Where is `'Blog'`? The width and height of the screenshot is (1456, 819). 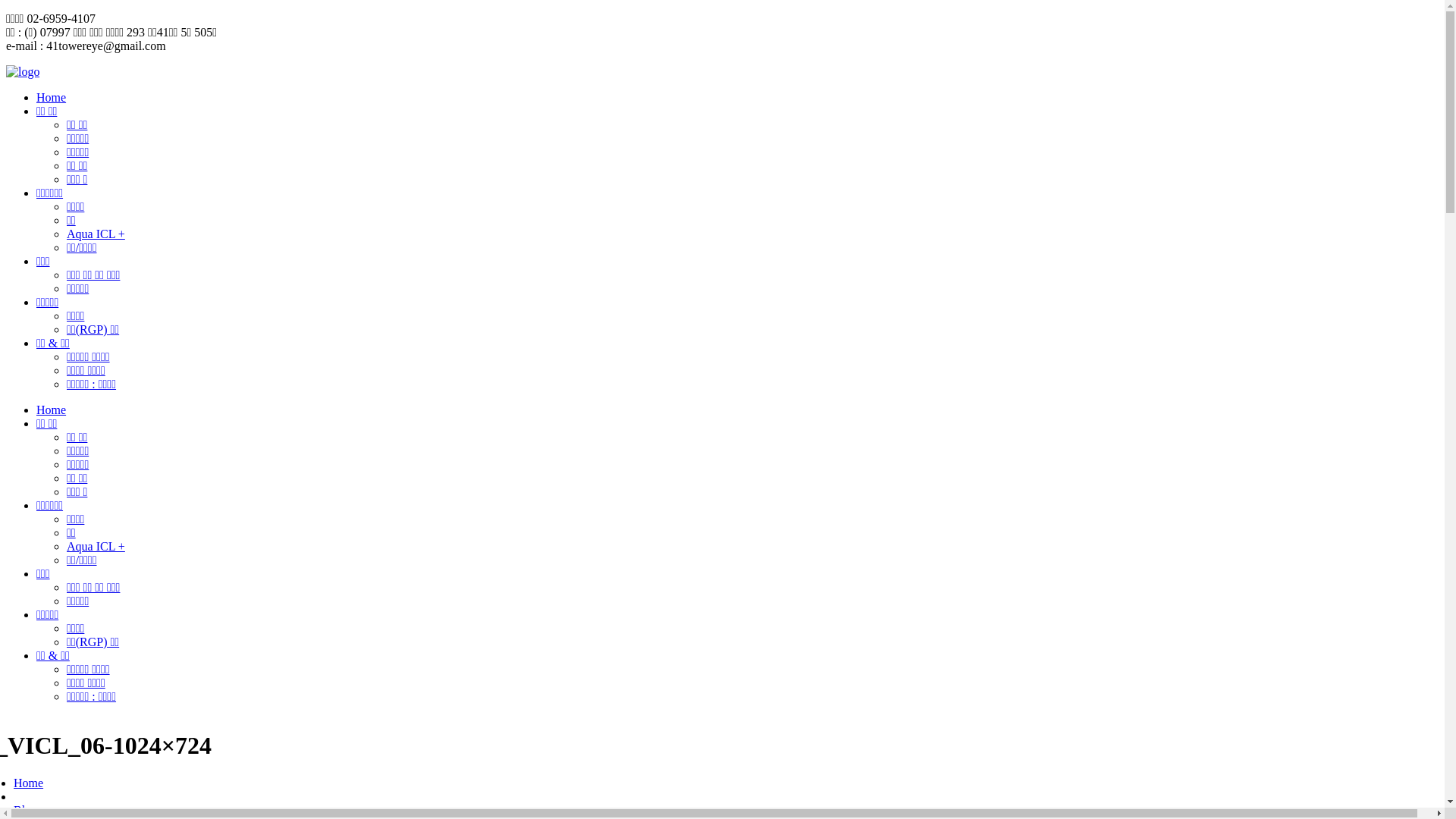
'Blog' is located at coordinates (25, 809).